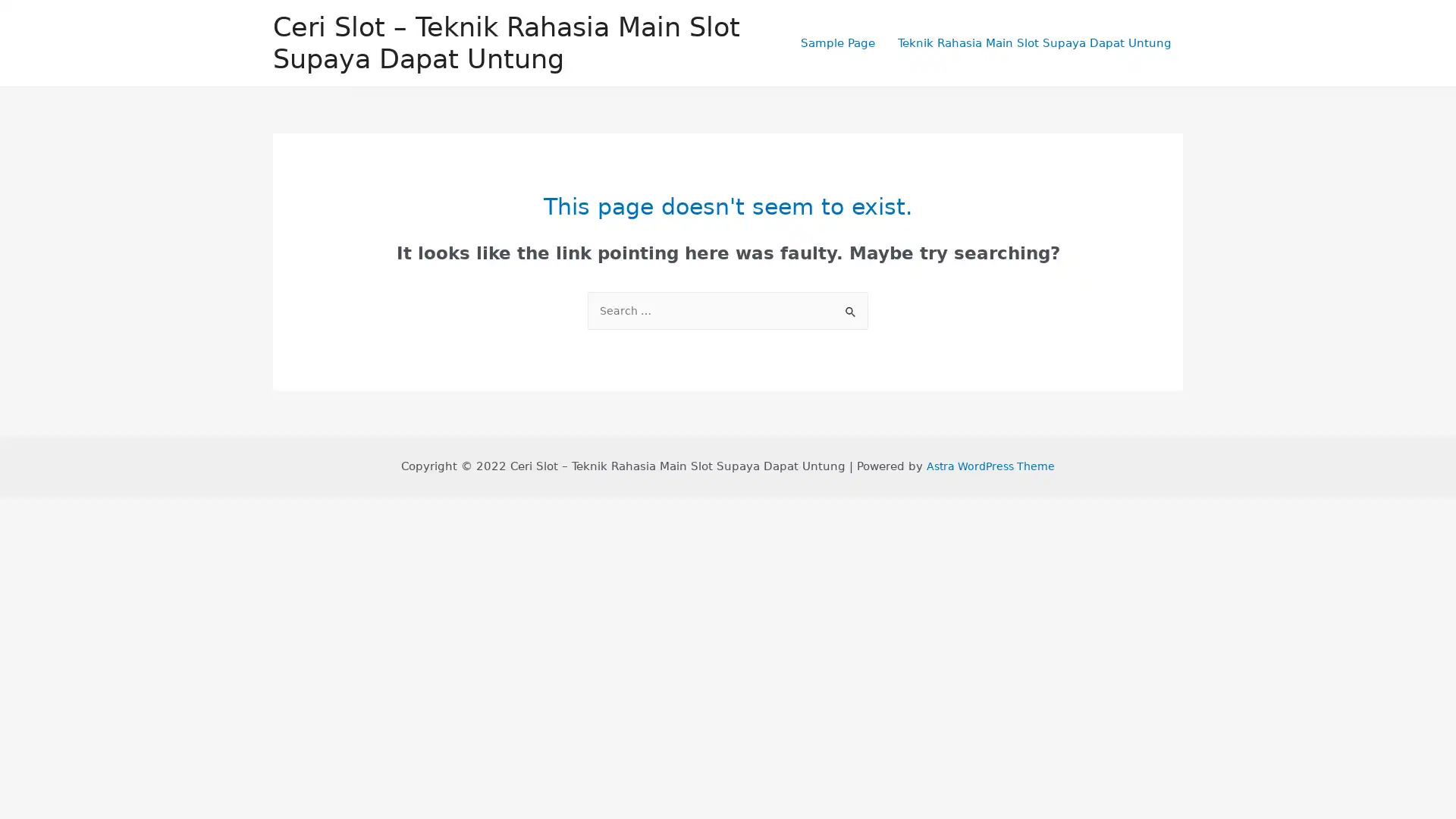 The image size is (1456, 819). What do you see at coordinates (851, 307) in the screenshot?
I see `Search` at bounding box center [851, 307].